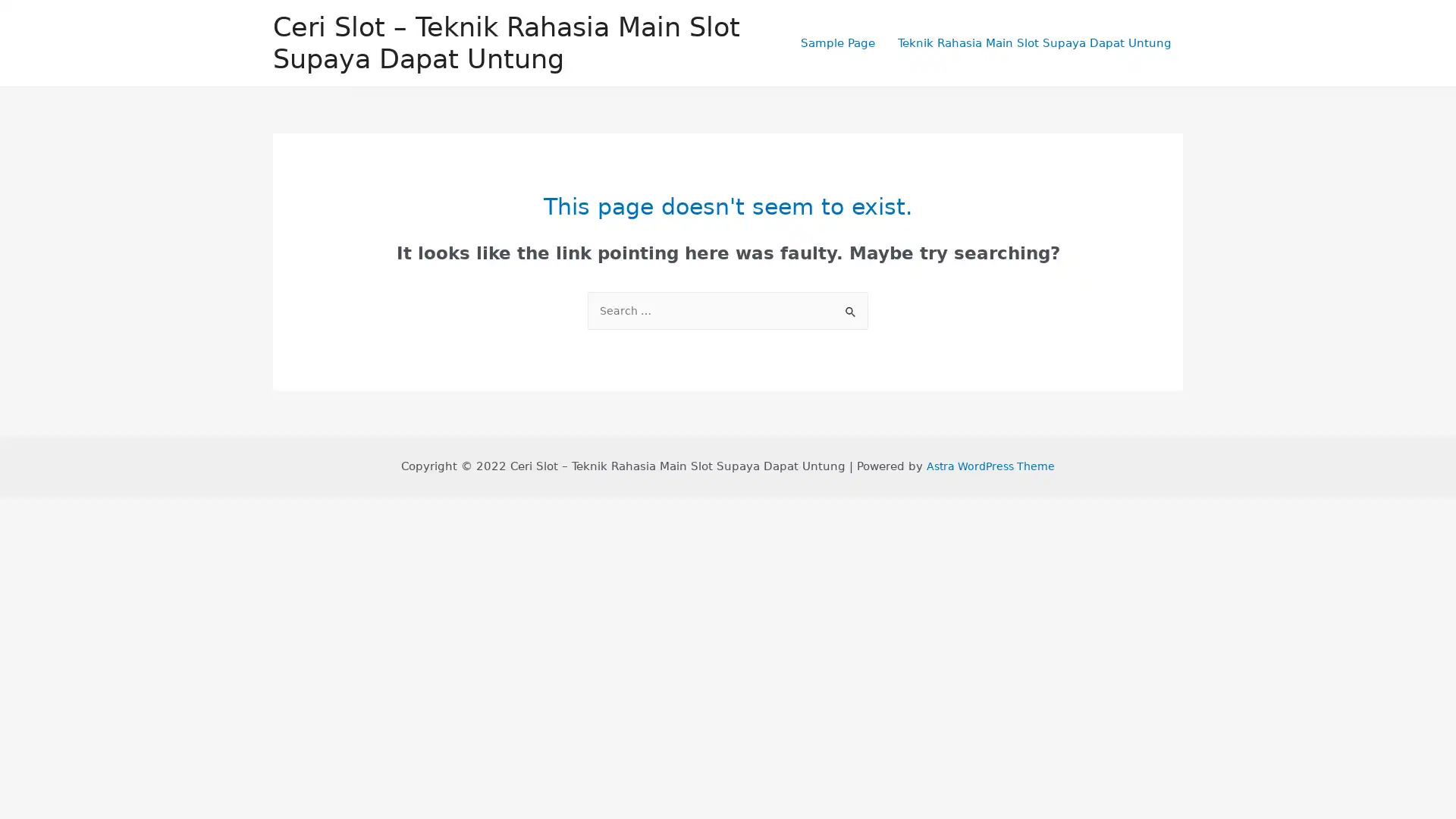 The image size is (1456, 819). What do you see at coordinates (851, 307) in the screenshot?
I see `Search` at bounding box center [851, 307].